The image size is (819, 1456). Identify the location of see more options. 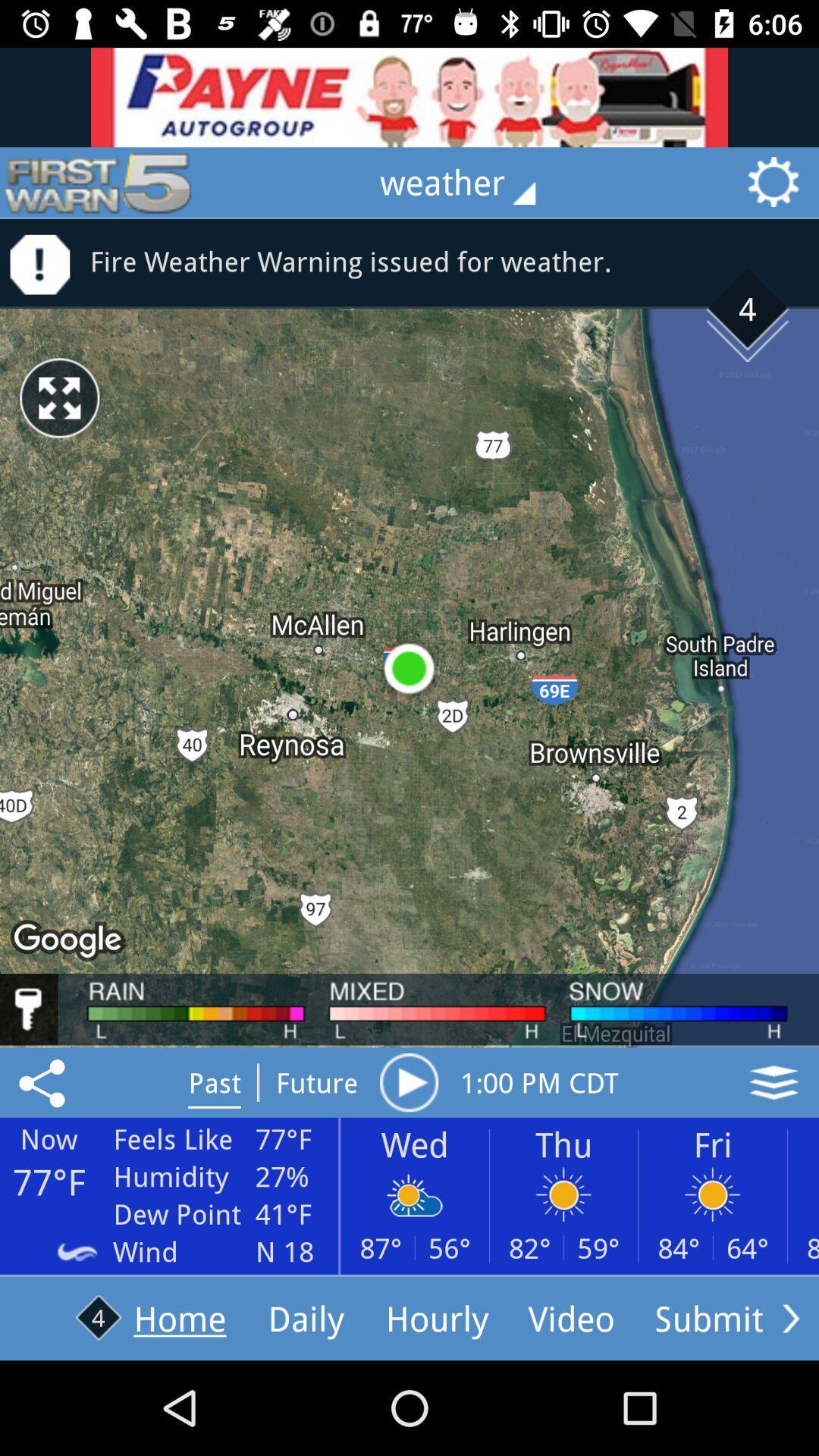
(790, 1317).